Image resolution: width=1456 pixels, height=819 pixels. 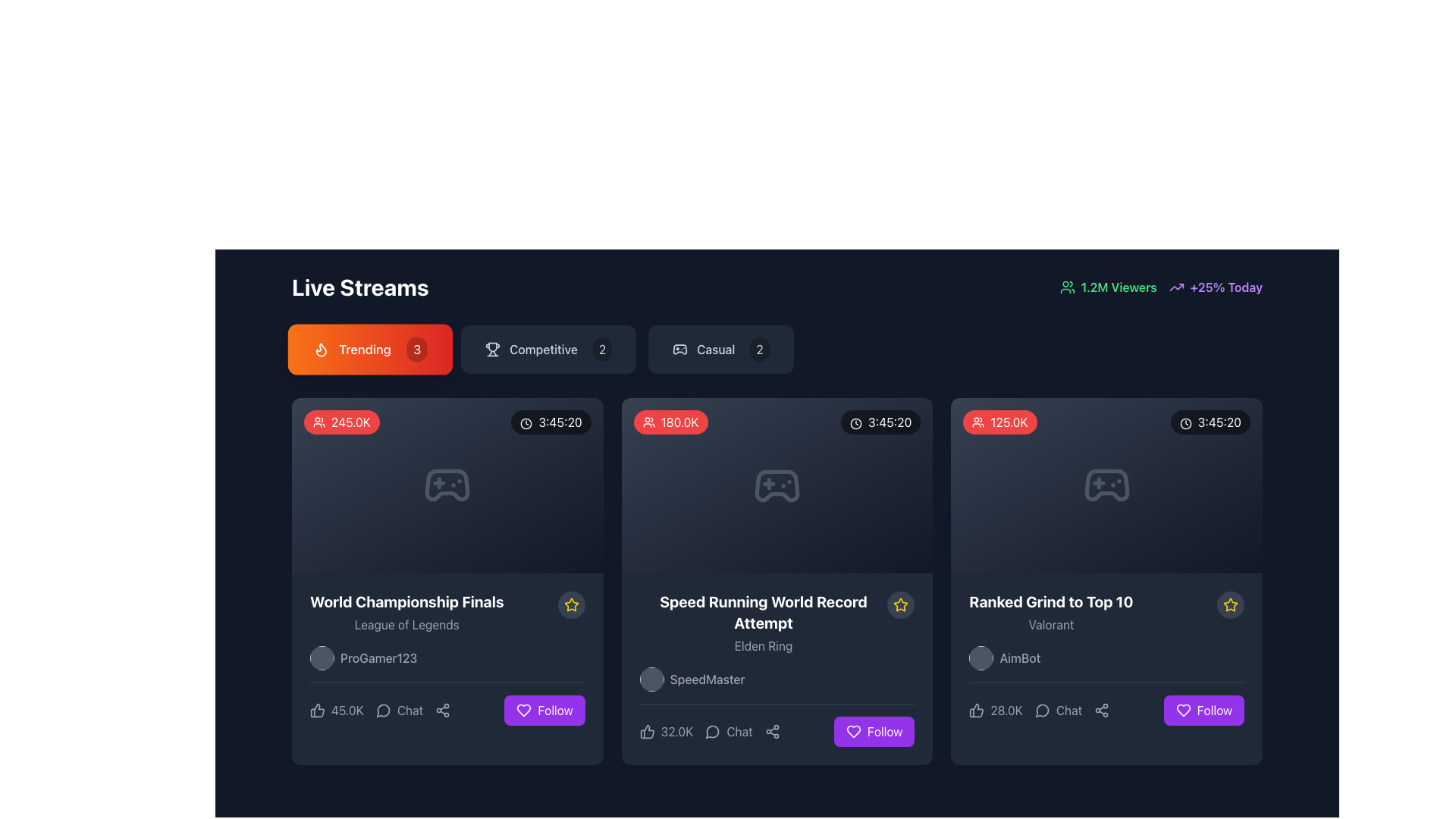 What do you see at coordinates (712, 730) in the screenshot?
I see `the circular chat bubble icon located to the left of the 'Chat' text` at bounding box center [712, 730].